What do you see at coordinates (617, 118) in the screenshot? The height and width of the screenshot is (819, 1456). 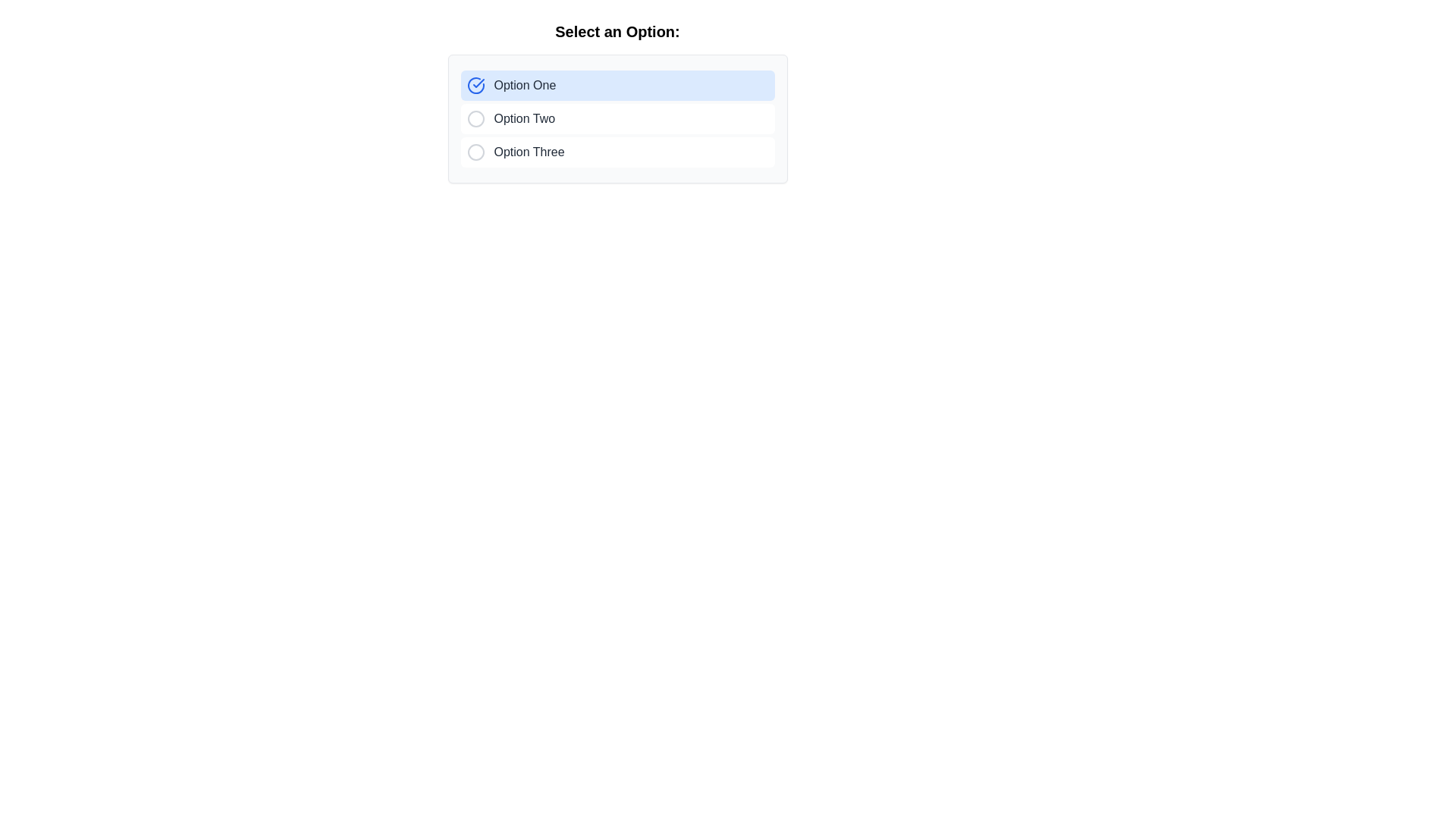 I see `the second unselected option in the vertically stacked list` at bounding box center [617, 118].